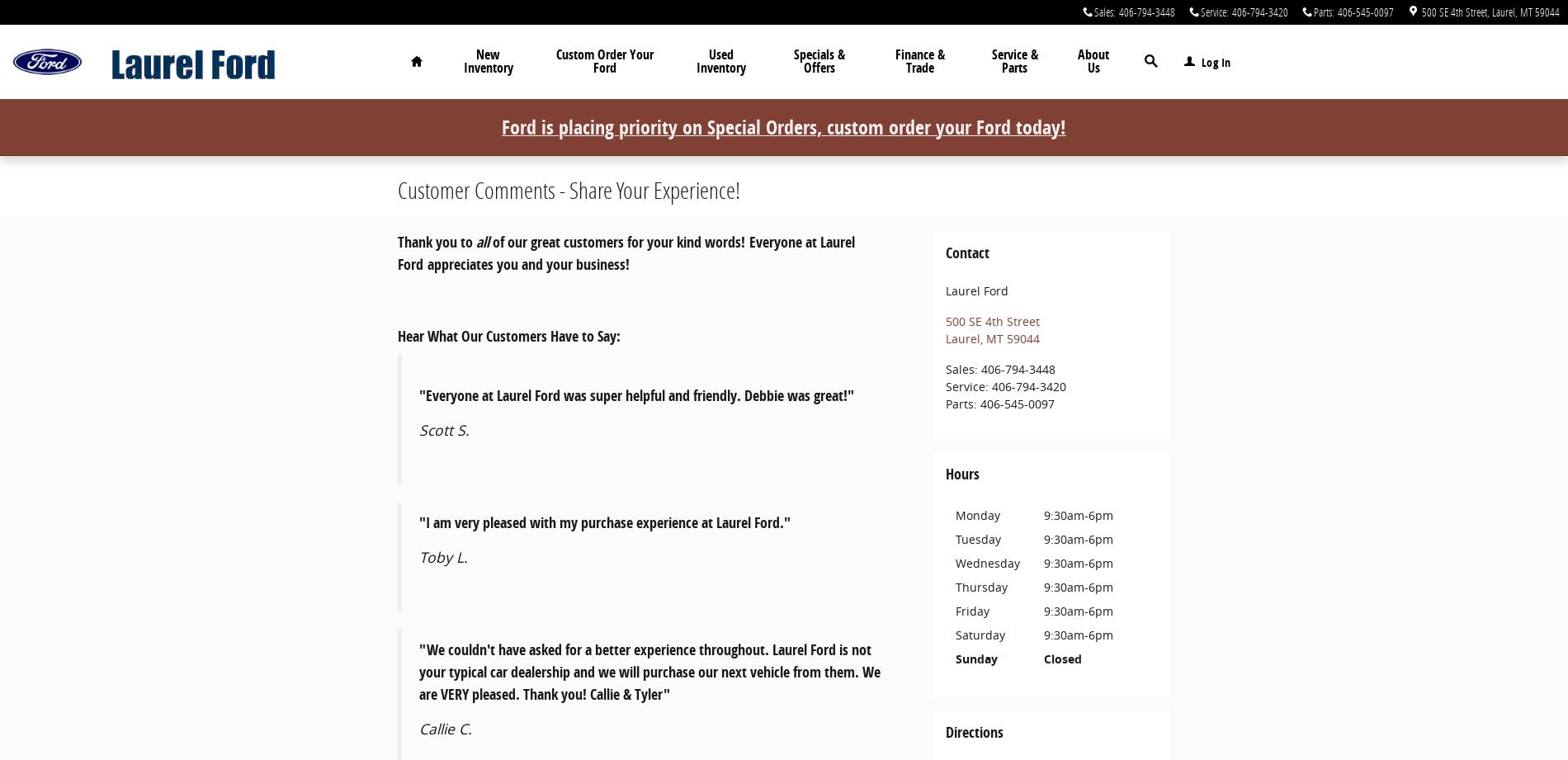  Describe the element at coordinates (1061, 657) in the screenshot. I see `'Closed'` at that location.